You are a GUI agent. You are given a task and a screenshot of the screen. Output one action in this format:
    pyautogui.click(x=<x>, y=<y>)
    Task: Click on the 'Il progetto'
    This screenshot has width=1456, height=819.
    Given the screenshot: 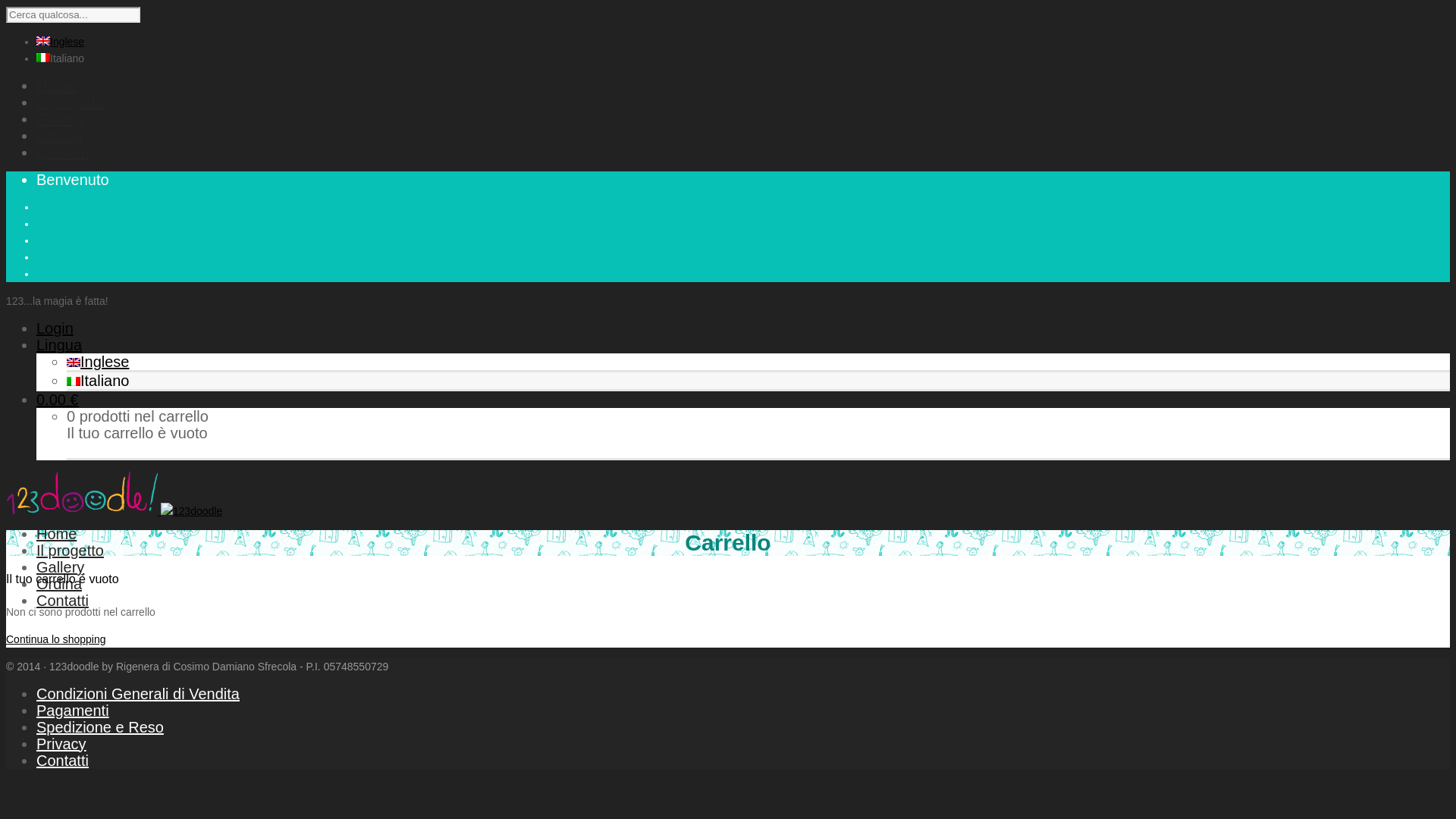 What is the action you would take?
    pyautogui.click(x=36, y=550)
    